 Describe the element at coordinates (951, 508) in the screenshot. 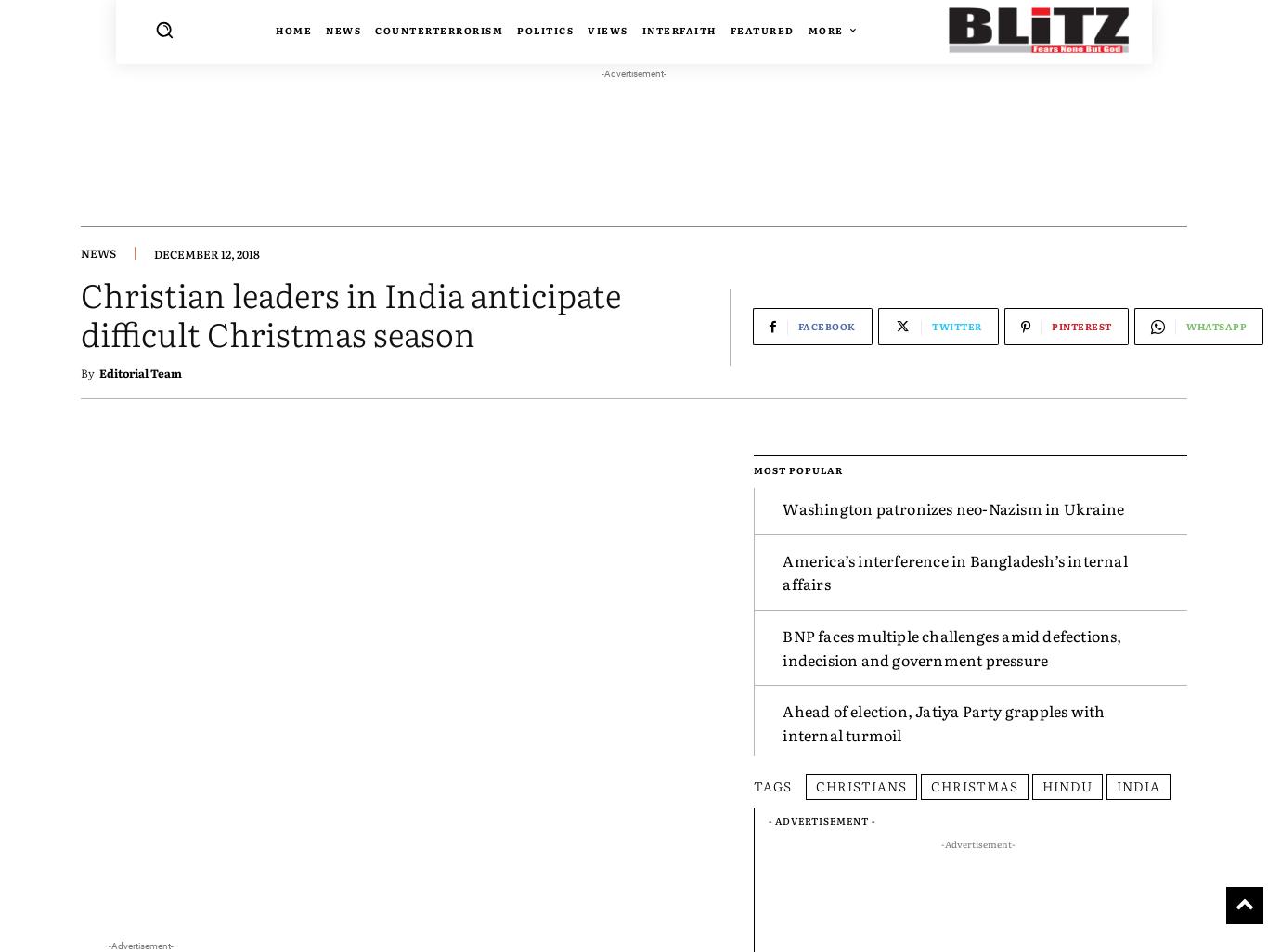

I see `'Washington patronizes neo-Nazism in Ukraine'` at that location.